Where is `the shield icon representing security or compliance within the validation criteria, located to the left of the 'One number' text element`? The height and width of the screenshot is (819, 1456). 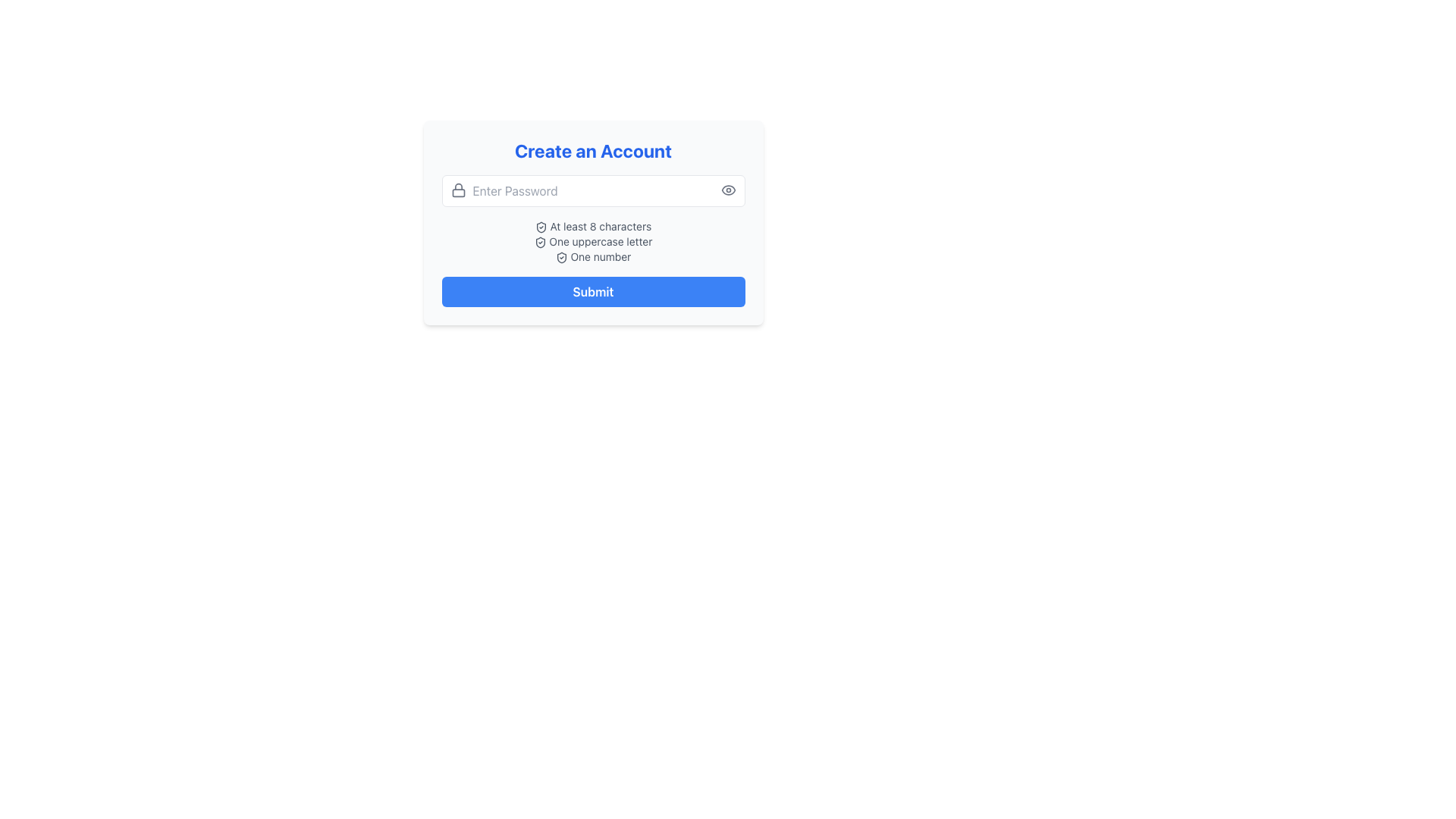
the shield icon representing security or compliance within the validation criteria, located to the left of the 'One number' text element is located at coordinates (560, 257).